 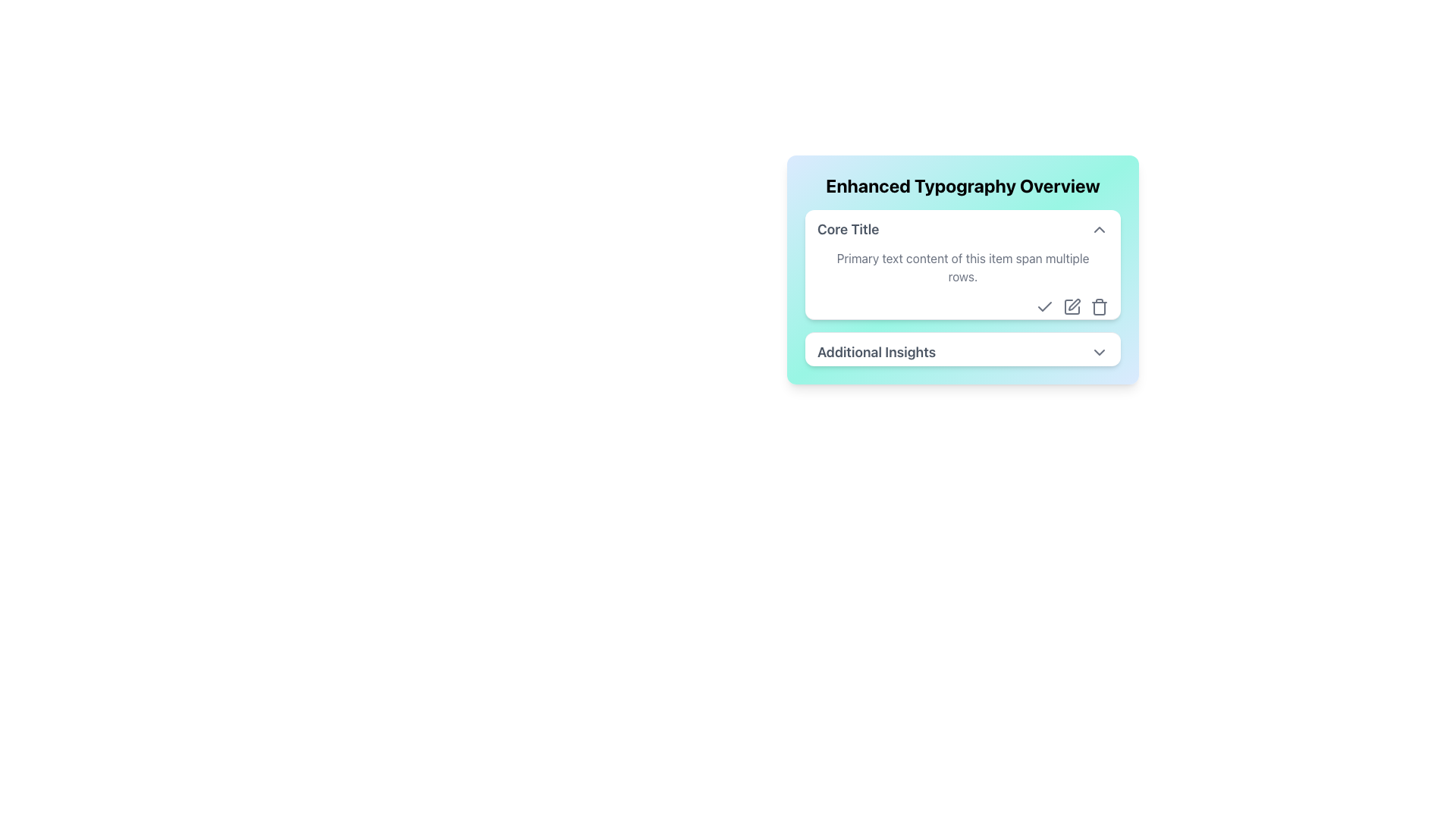 I want to click on the small upwards-pointing chevron icon button located to the right of the 'Core Title' text to darken its color, so click(x=1099, y=230).